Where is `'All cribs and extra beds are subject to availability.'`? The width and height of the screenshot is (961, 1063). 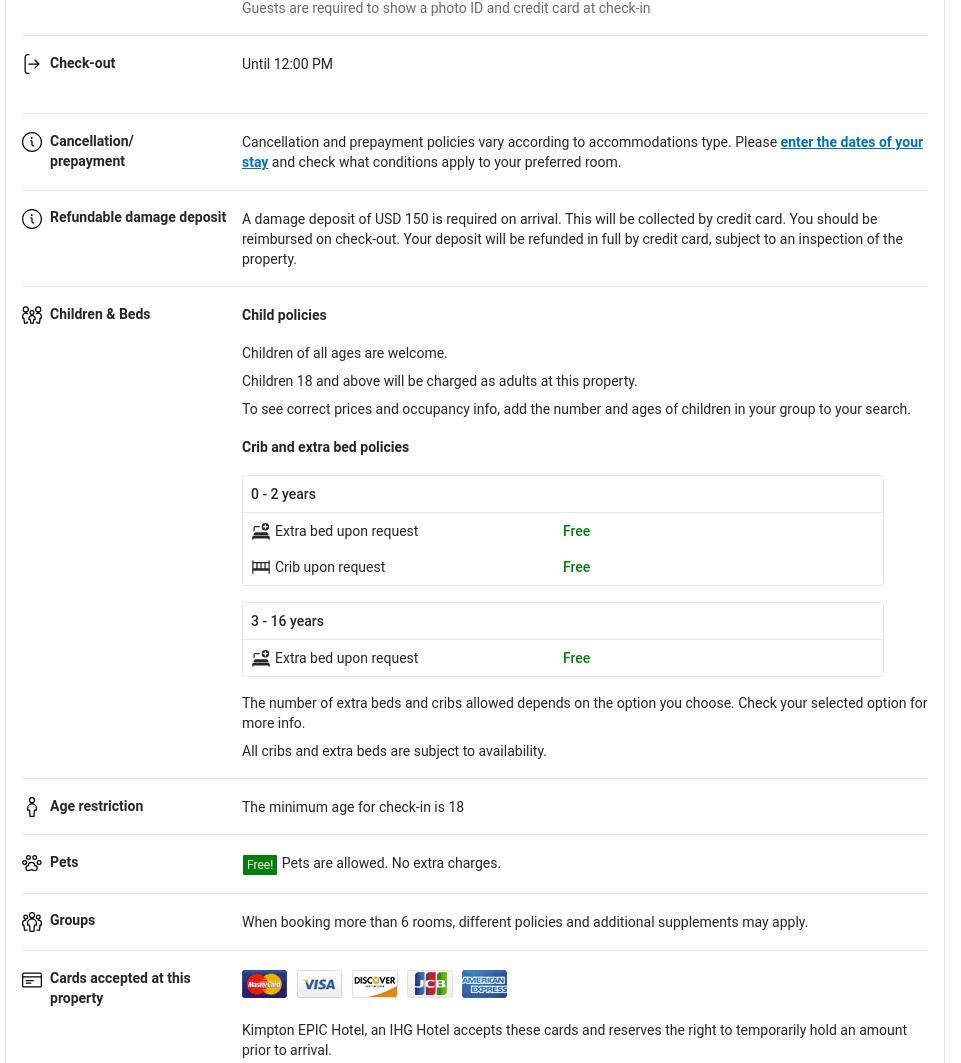
'All cribs and extra beds are subject to availability.' is located at coordinates (394, 750).